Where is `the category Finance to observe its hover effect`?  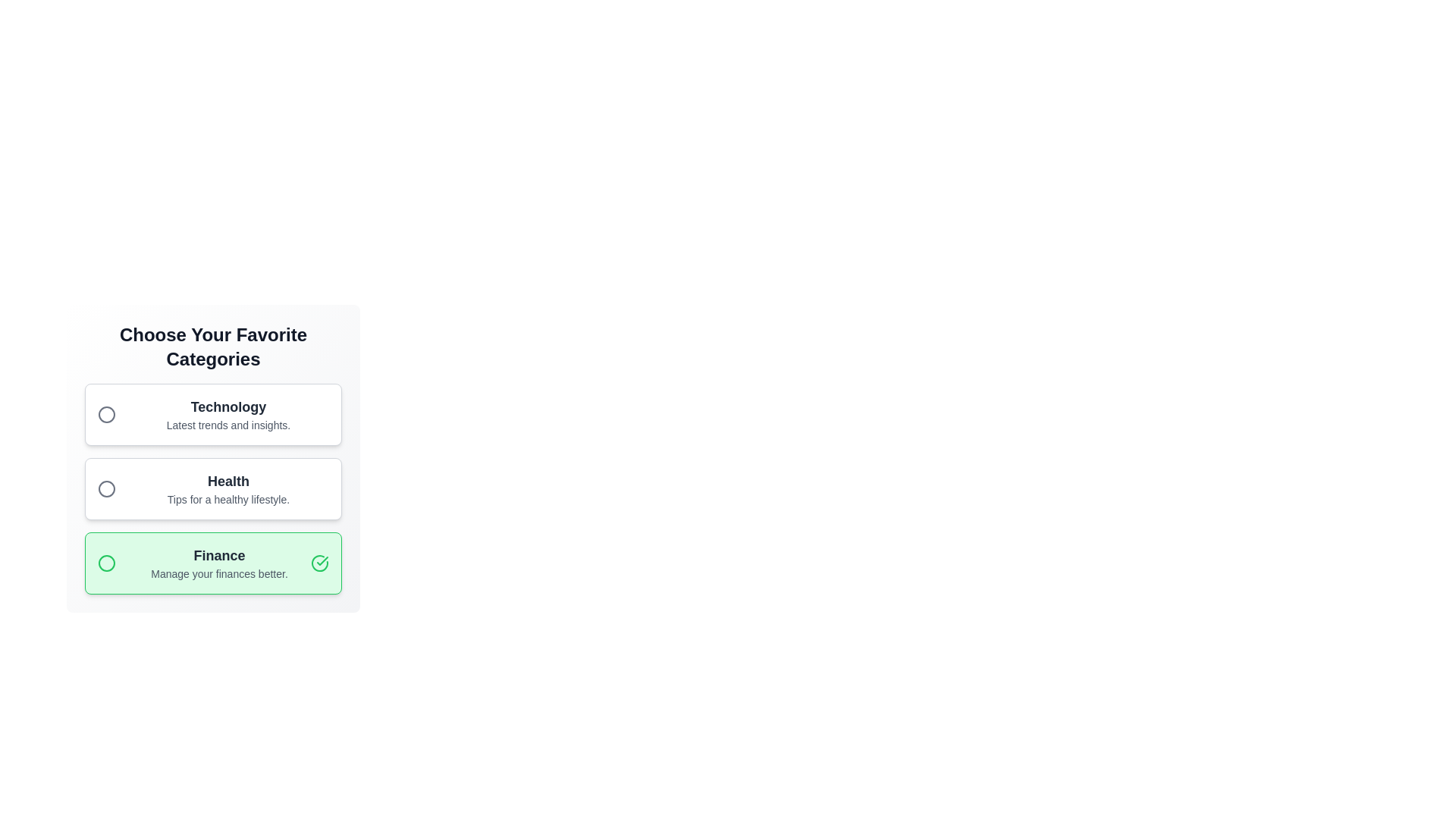 the category Finance to observe its hover effect is located at coordinates (212, 563).